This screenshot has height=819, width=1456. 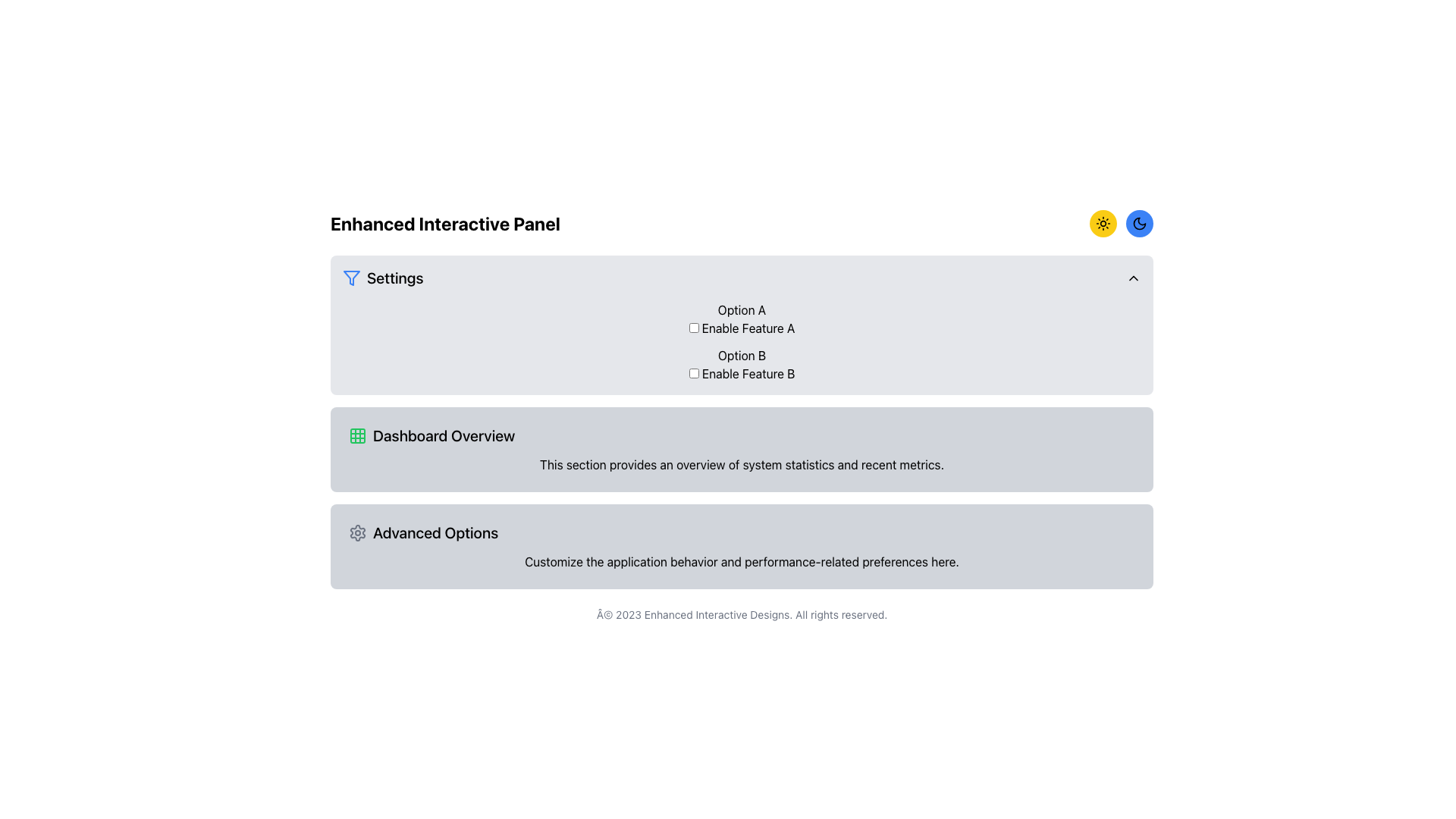 What do you see at coordinates (443, 435) in the screenshot?
I see `the Text Label that indicates the overview of the dashboard, located beneath the 'Settings' section and to the right of a green grid icon` at bounding box center [443, 435].